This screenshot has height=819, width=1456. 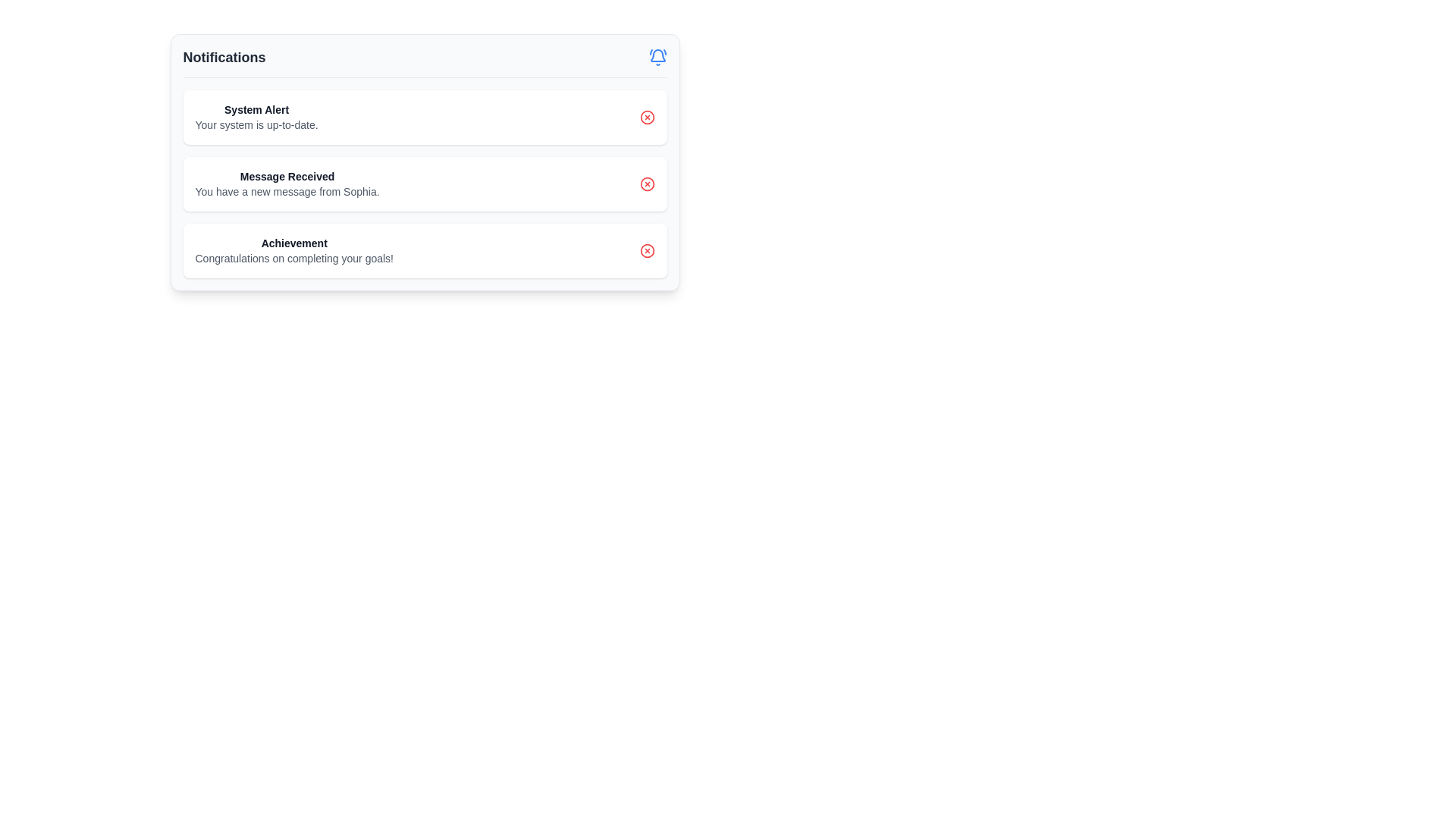 I want to click on notification titled 'Achievement' that appears as the third item in the notification list, featuring a bold title and a subtitle about completing goals, so click(x=294, y=250).